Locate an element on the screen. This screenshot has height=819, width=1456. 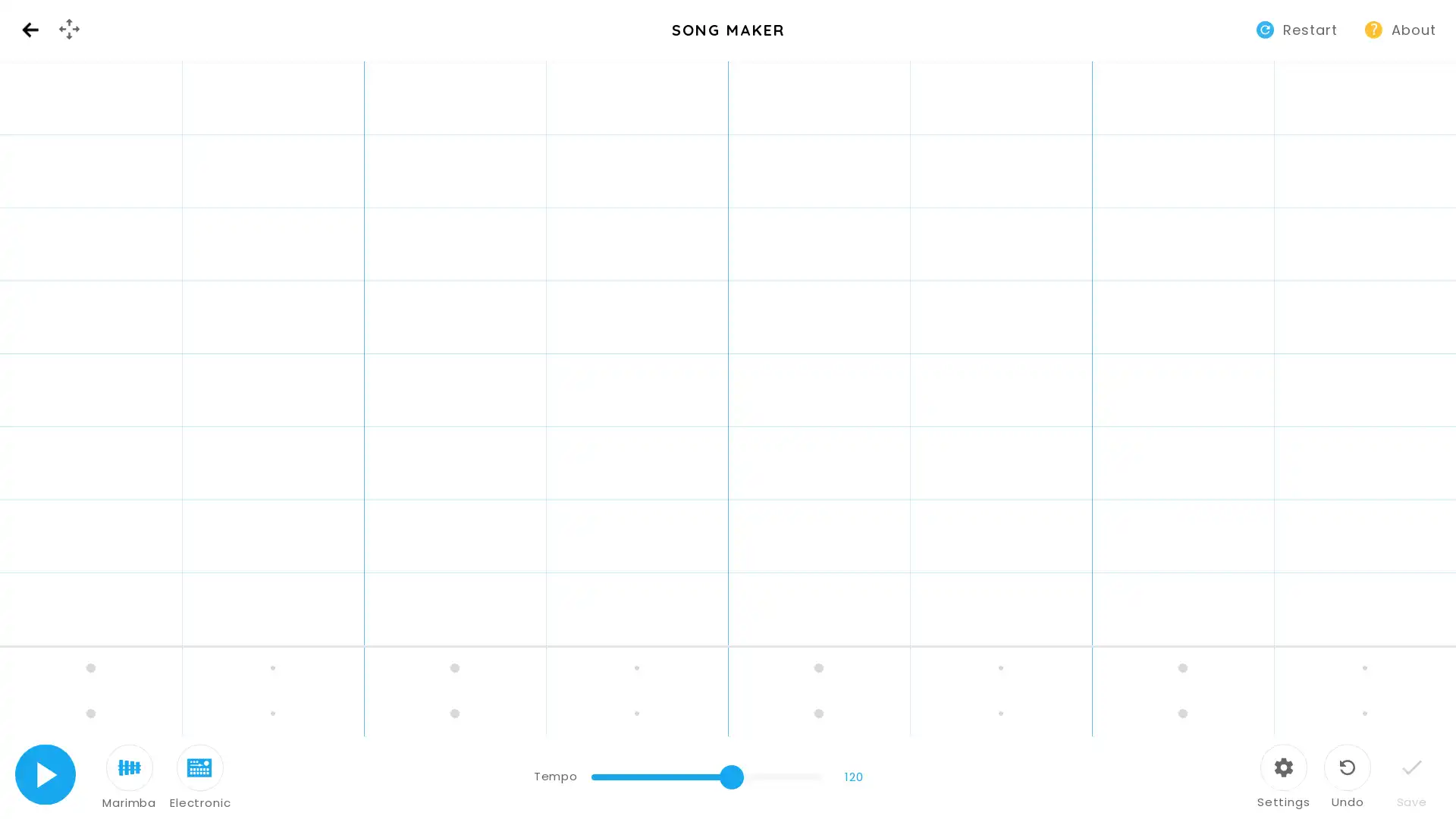
Electronic is located at coordinates (199, 777).